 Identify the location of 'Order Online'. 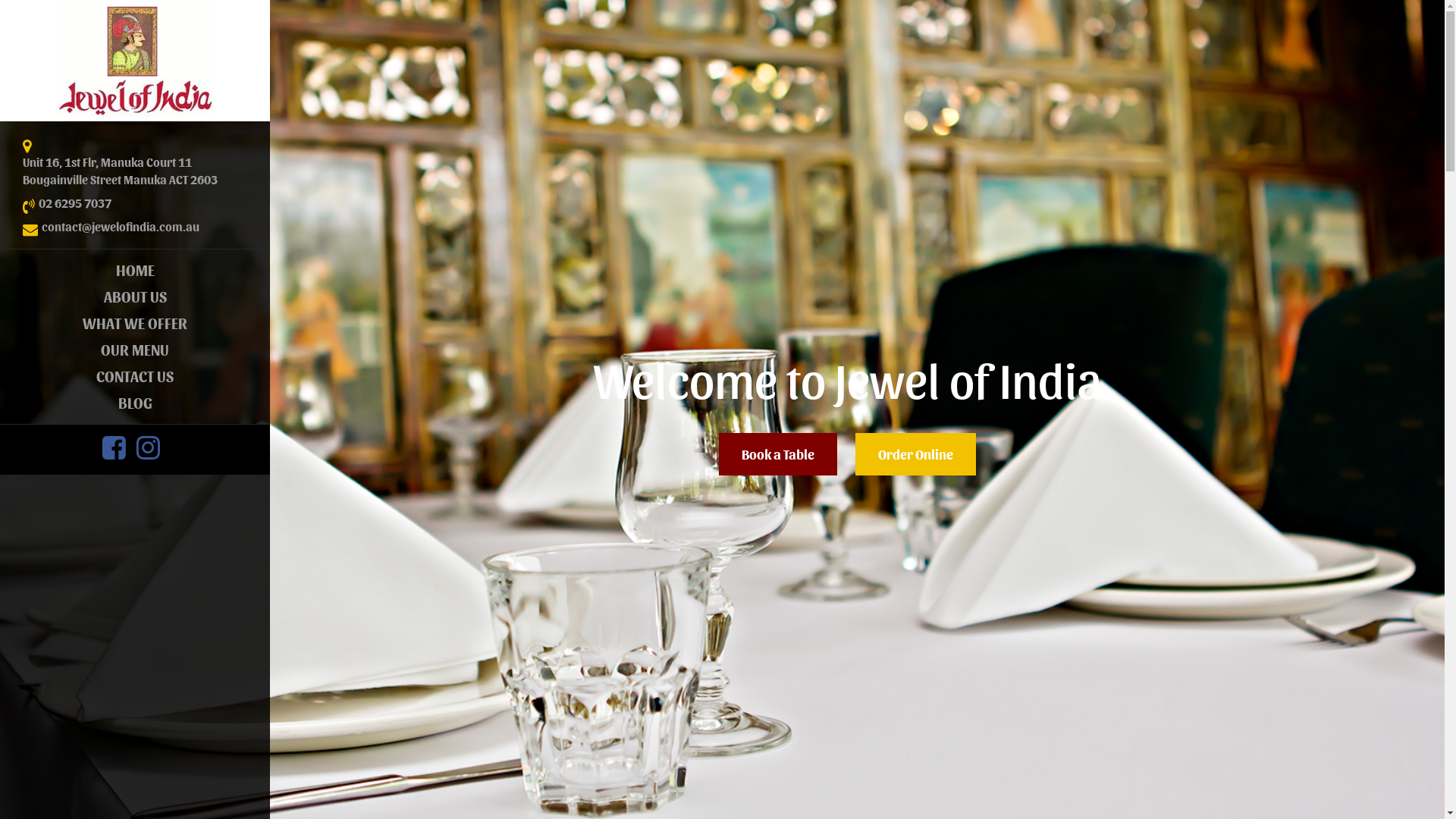
(915, 453).